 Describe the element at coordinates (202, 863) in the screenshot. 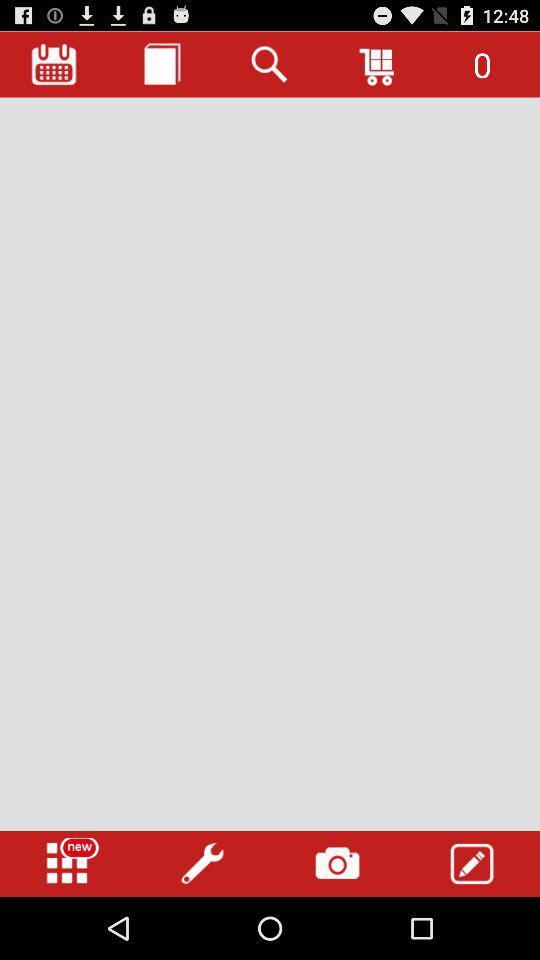

I see `settings` at that location.